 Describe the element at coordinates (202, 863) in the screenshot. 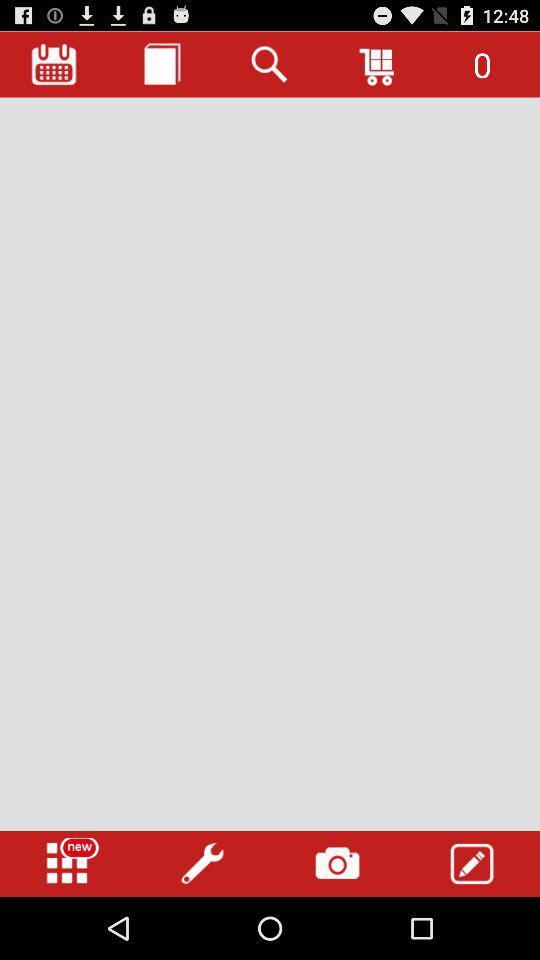

I see `settings` at that location.